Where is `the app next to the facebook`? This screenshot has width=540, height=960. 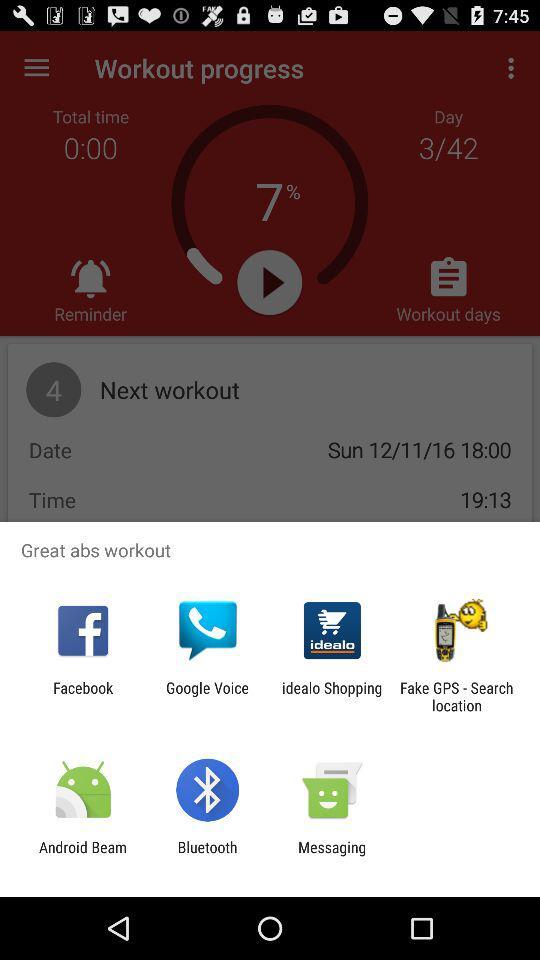 the app next to the facebook is located at coordinates (206, 696).